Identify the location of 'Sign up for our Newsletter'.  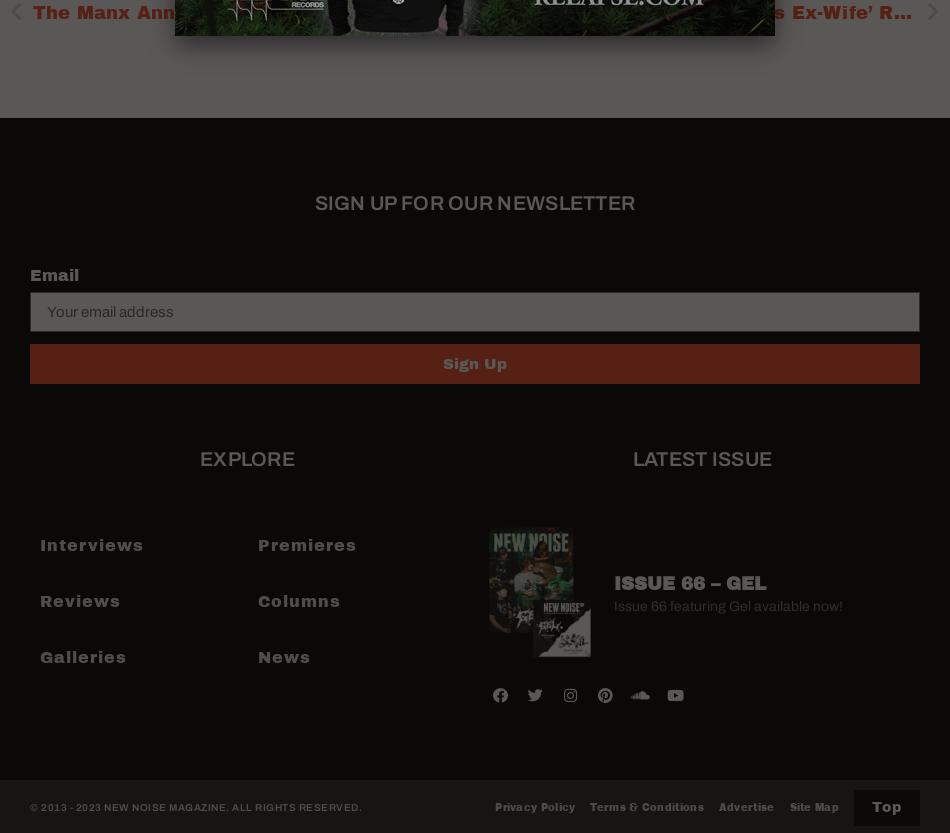
(473, 202).